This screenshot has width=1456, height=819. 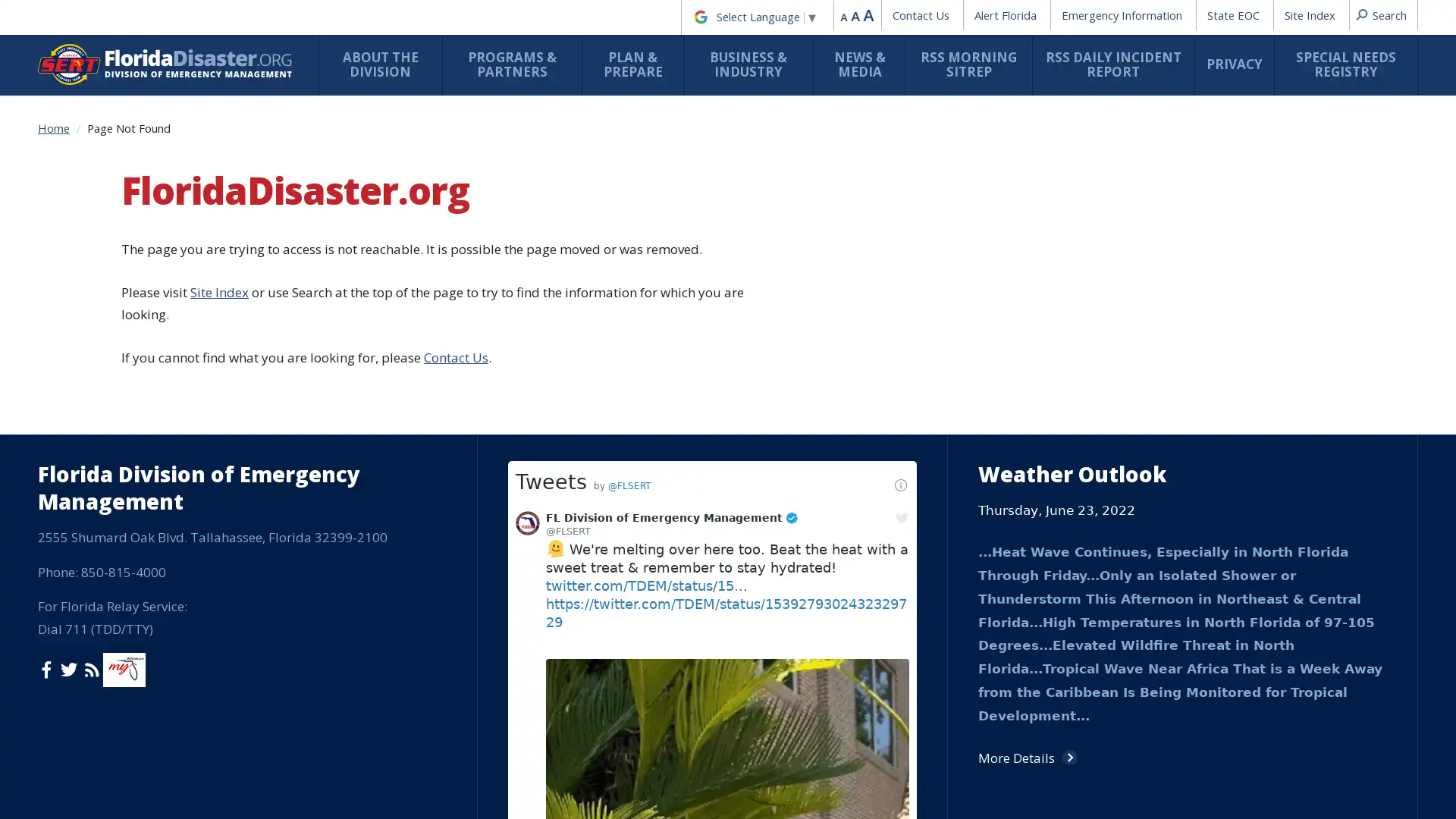 What do you see at coordinates (607, 236) in the screenshot?
I see `Toggle More` at bounding box center [607, 236].